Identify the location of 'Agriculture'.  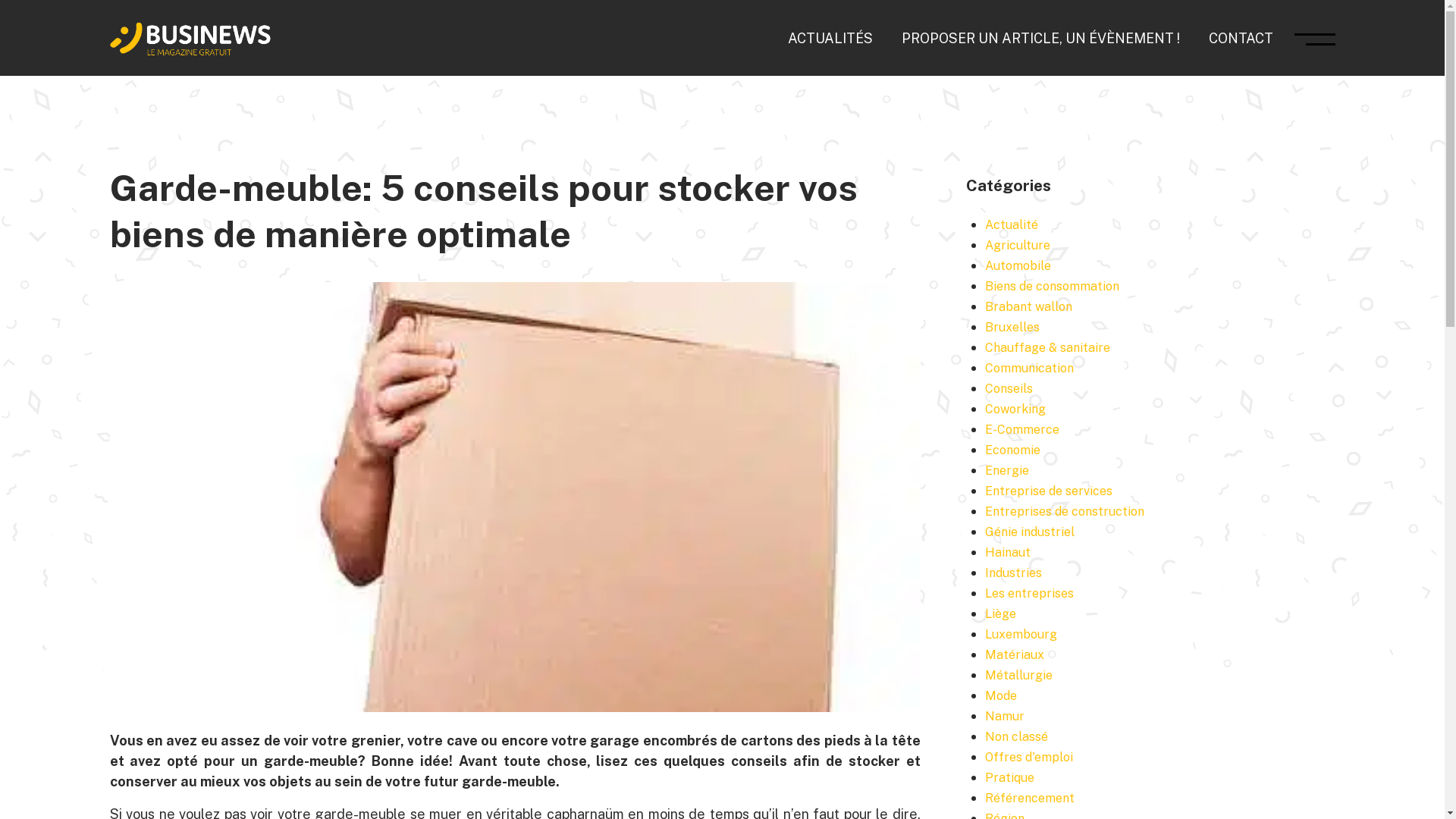
(1018, 244).